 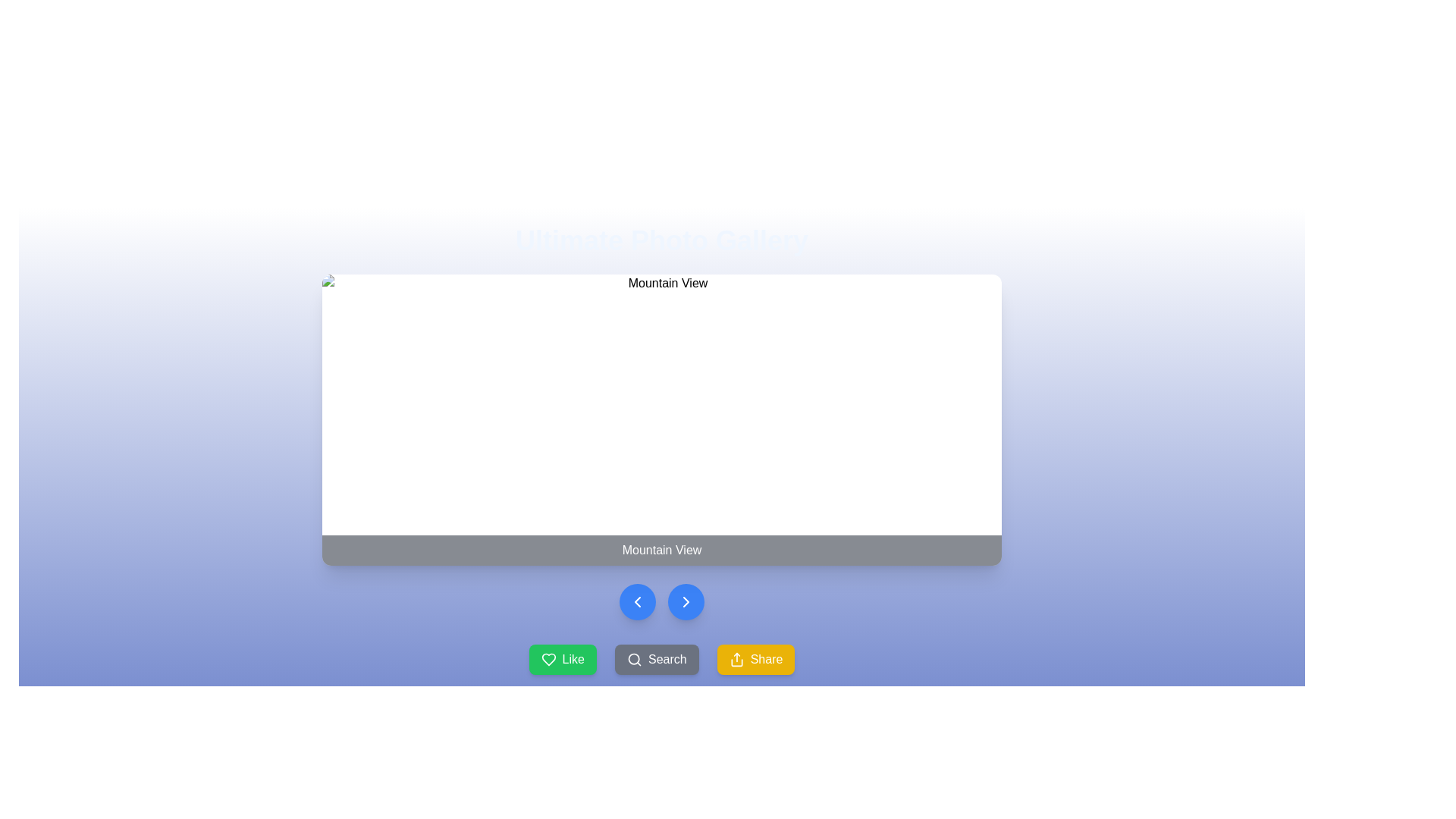 I want to click on the 'Like' button which has a green background, white text, and contains a heart icon to its left, so click(x=572, y=659).